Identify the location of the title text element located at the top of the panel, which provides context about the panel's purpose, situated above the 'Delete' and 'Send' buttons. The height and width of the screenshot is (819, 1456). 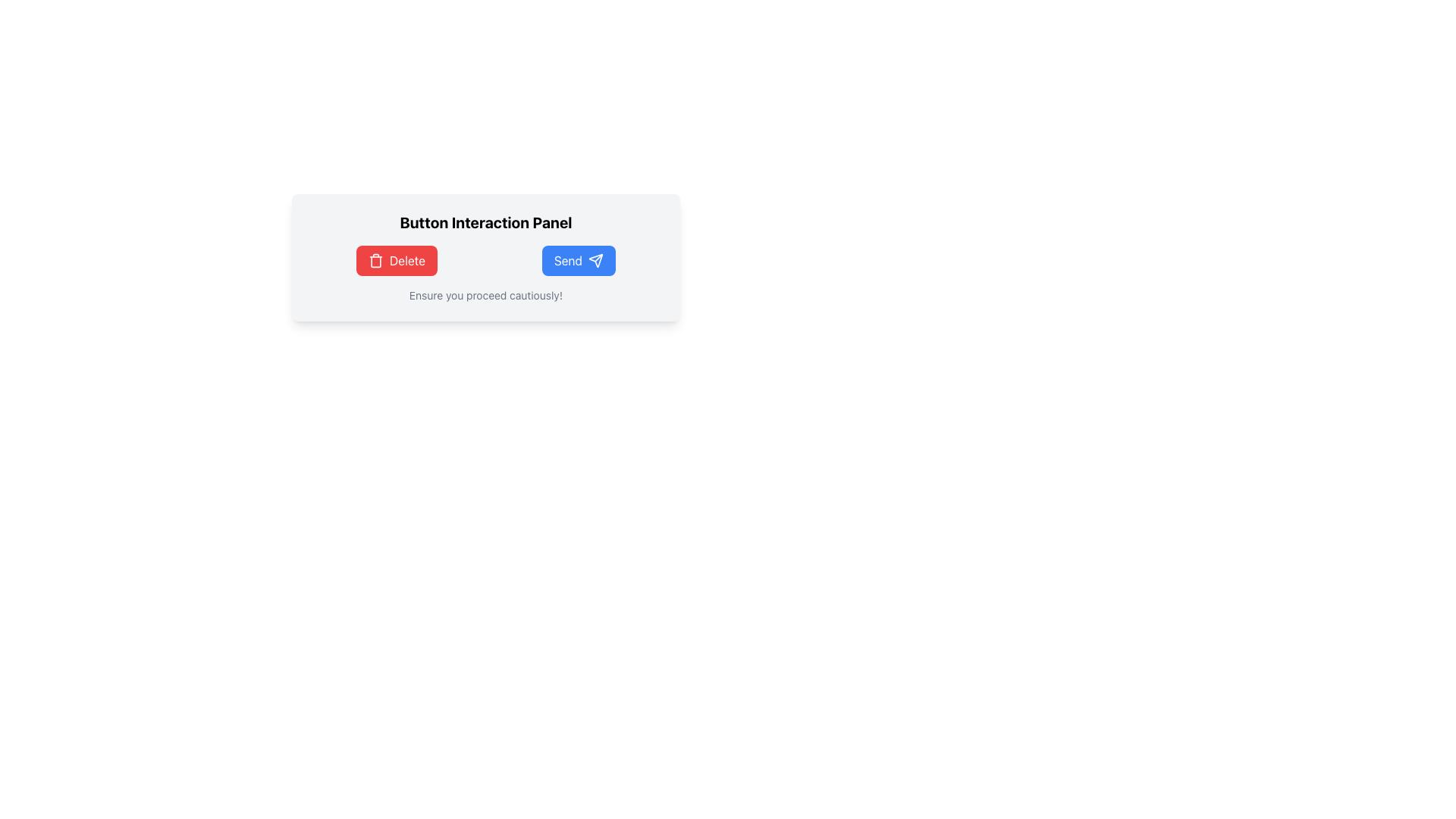
(486, 222).